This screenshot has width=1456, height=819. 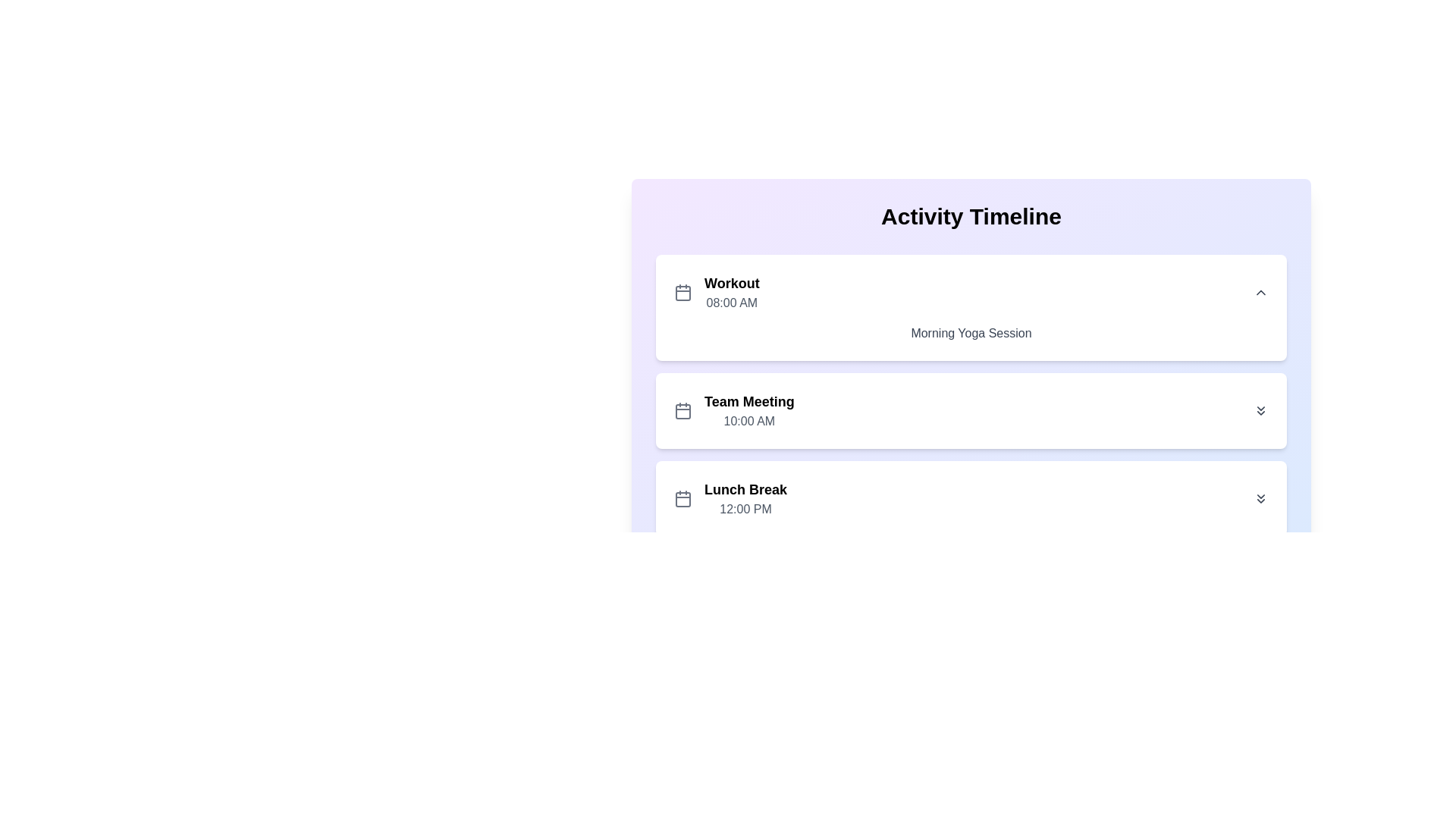 I want to click on the schedule item representing 'Lunch Break' at 12:00 PM, which is the third item in the list, located between 'Team Meeting 10:00 AM' and subsequent items, so click(x=971, y=499).